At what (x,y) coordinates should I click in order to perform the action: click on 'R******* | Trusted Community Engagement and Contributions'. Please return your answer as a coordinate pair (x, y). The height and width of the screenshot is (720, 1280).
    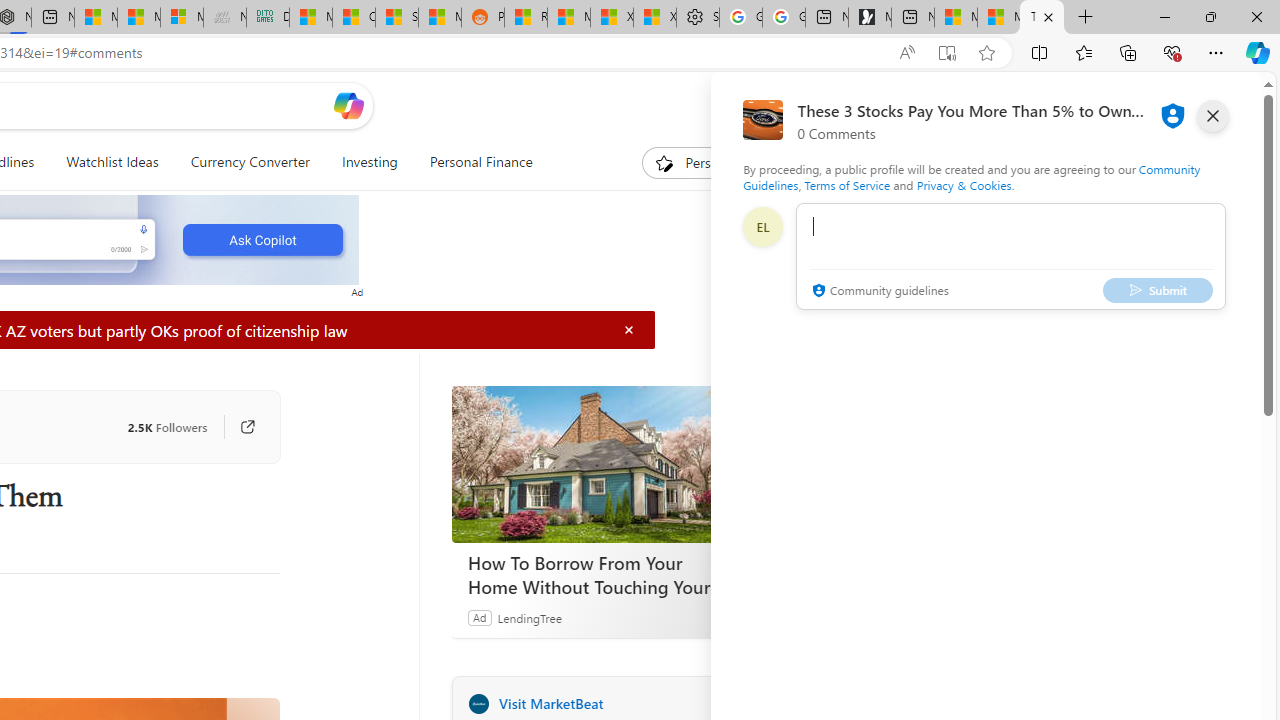
    Looking at the image, I should click on (526, 17).